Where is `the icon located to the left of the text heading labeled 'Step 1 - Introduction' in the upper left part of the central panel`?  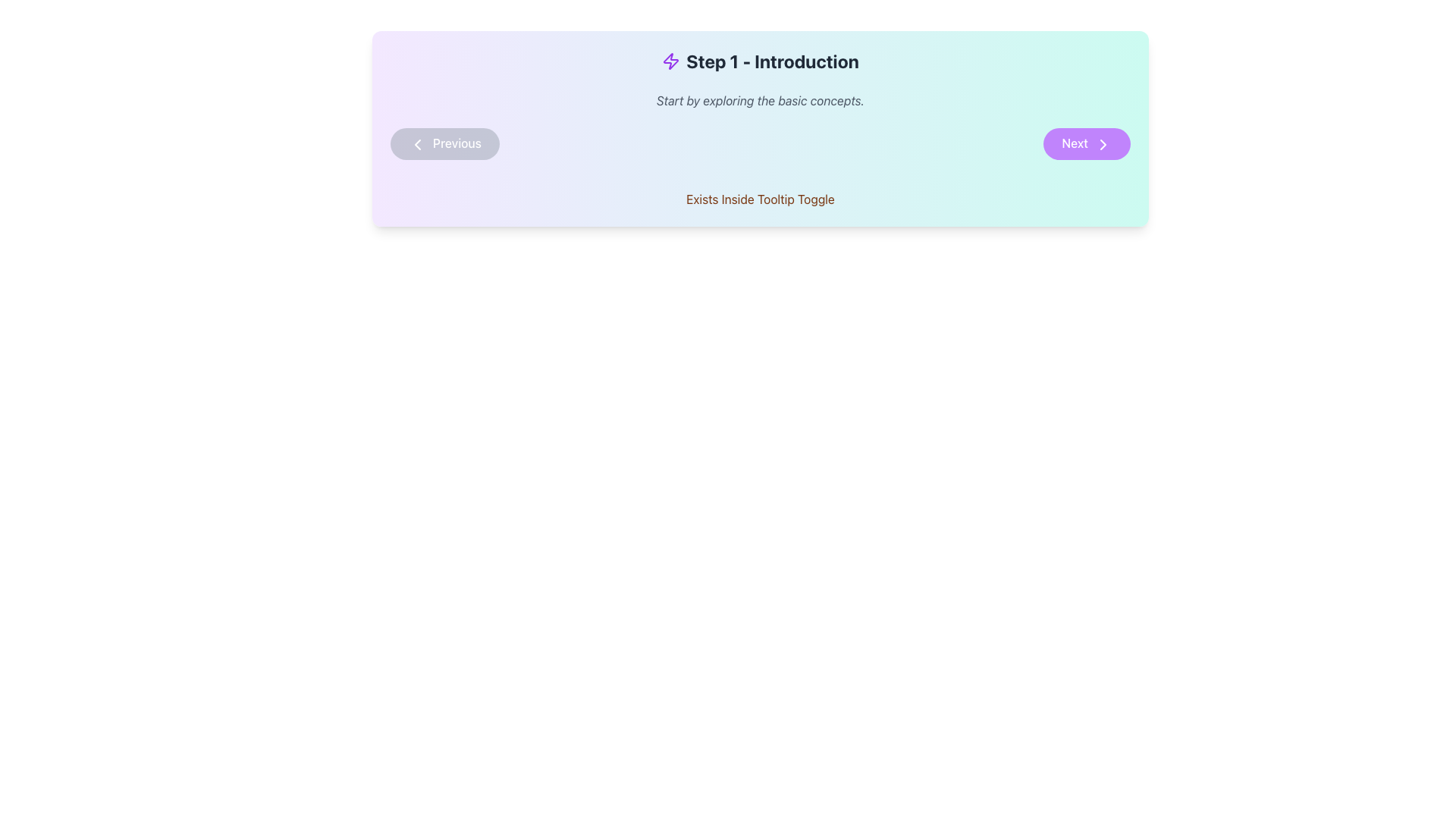 the icon located to the left of the text heading labeled 'Step 1 - Introduction' in the upper left part of the central panel is located at coordinates (670, 61).